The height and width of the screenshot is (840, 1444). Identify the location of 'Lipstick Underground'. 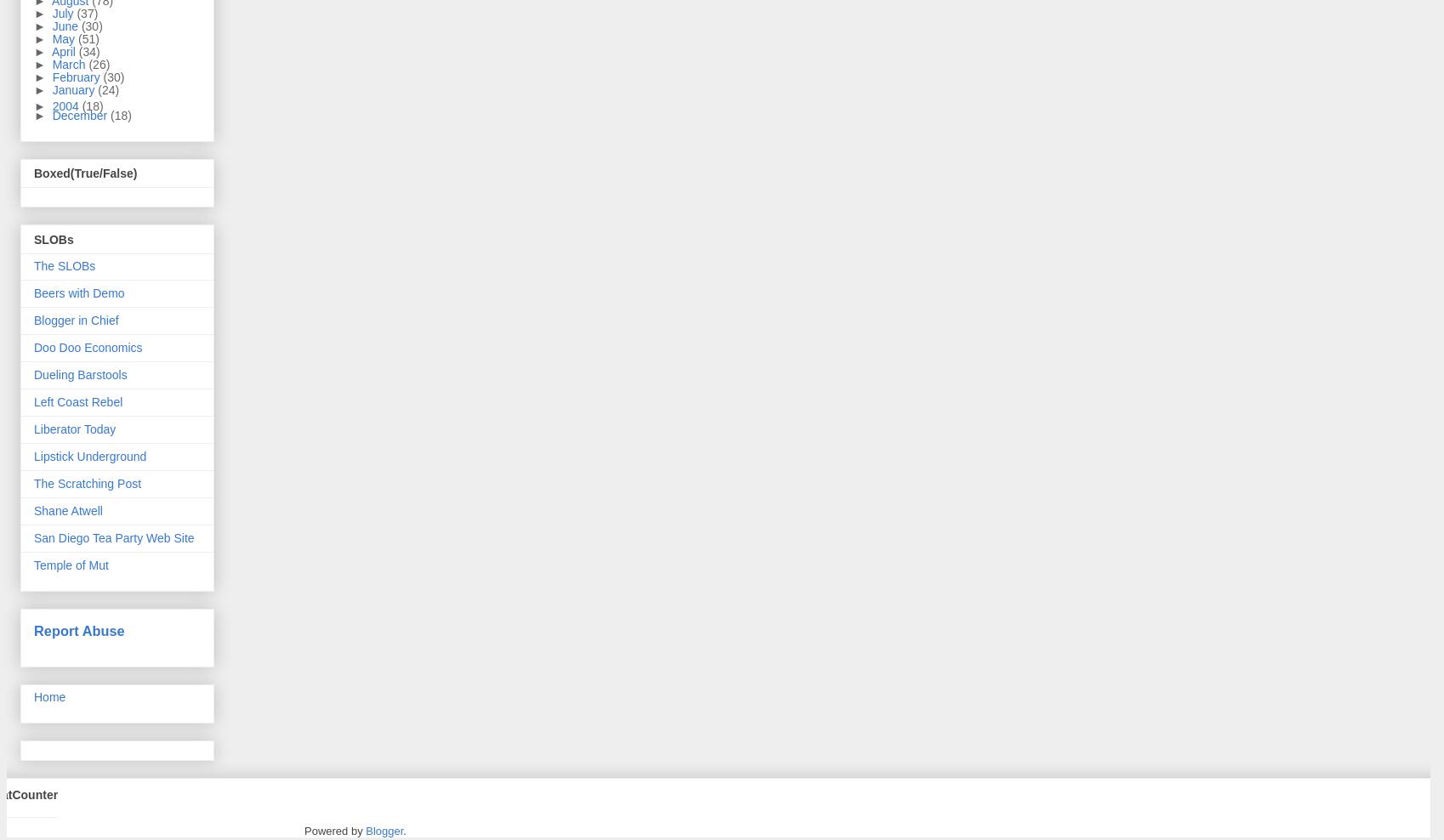
(88, 454).